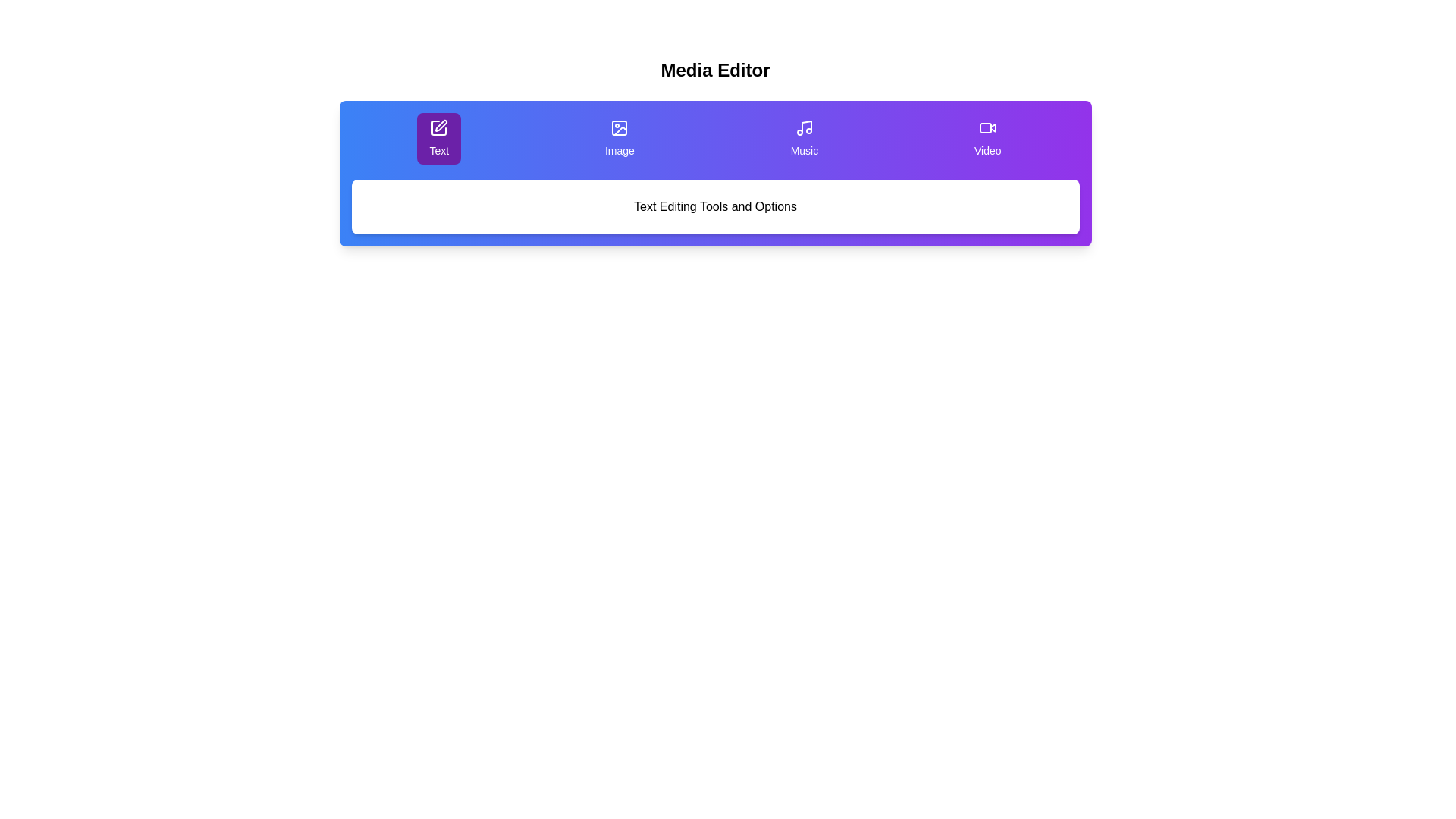  I want to click on the text label that describes the button's functionality, located at the bottom of the rounded rectangular button with a pen icon above it in the horizontal menu bar, so click(438, 151).